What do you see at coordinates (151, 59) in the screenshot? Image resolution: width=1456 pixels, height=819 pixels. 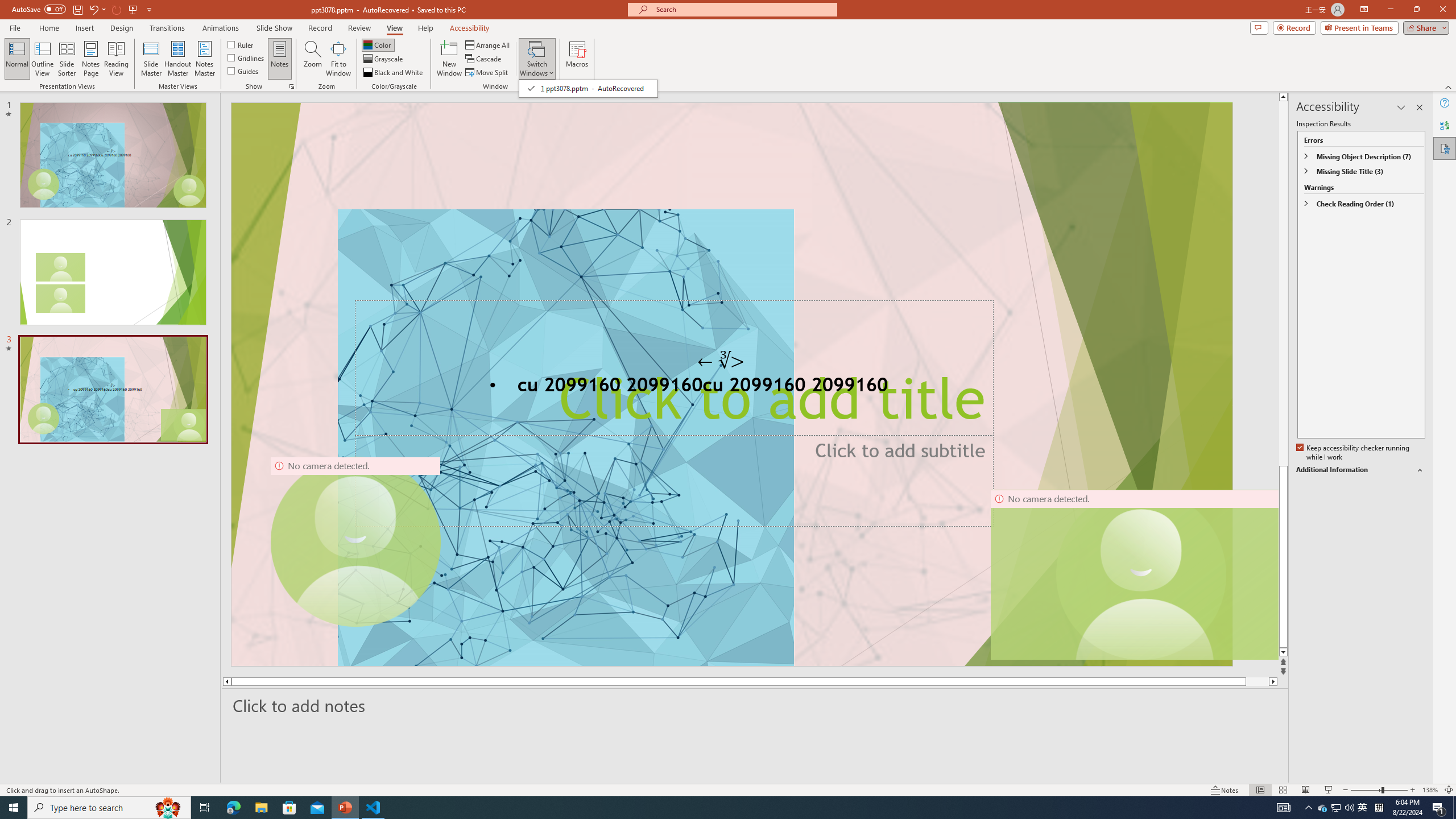 I see `'Slide Master'` at bounding box center [151, 59].